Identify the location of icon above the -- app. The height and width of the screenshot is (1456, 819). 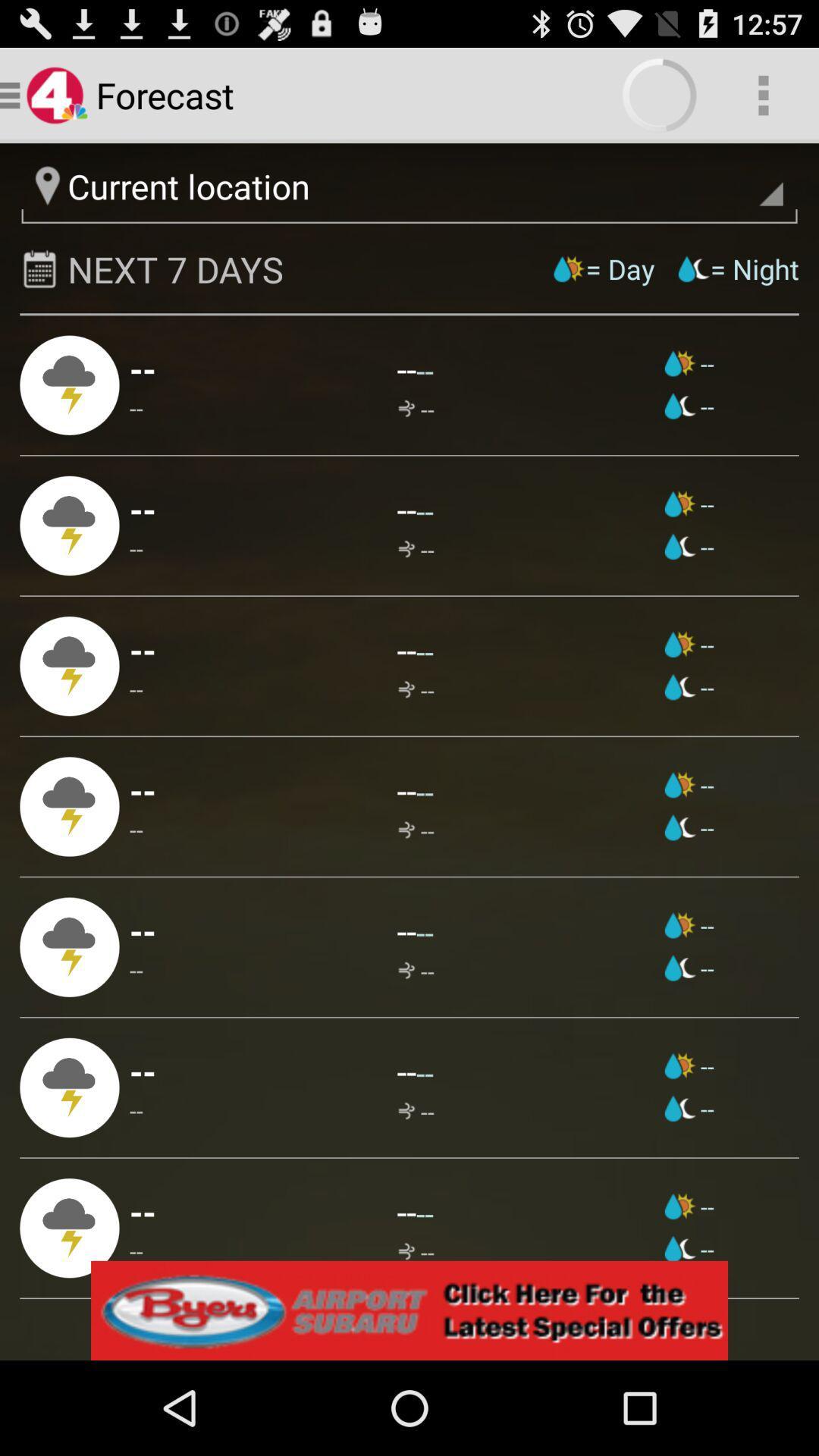
(425, 790).